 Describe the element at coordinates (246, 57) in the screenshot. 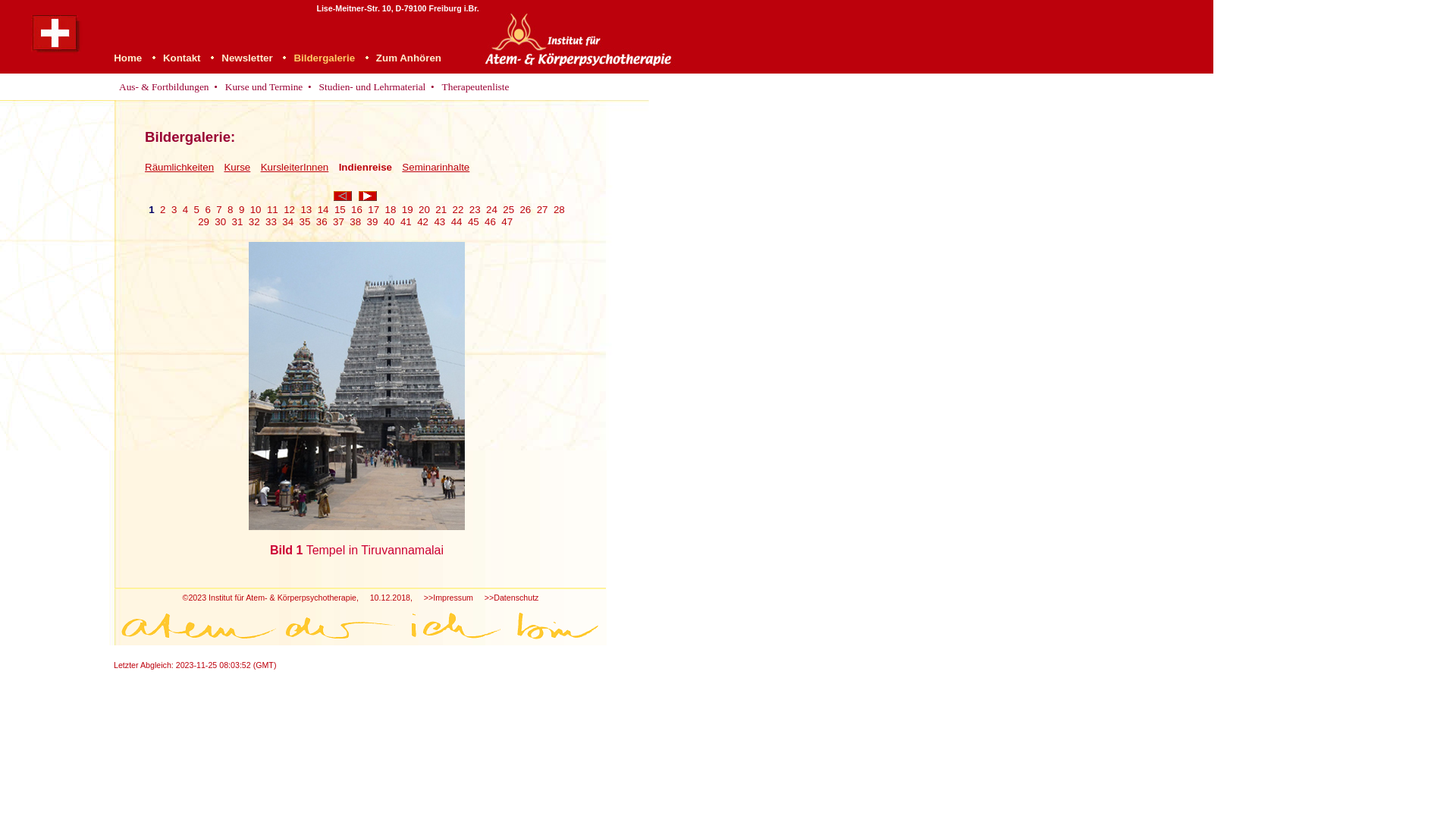

I see `'Newsletter'` at that location.